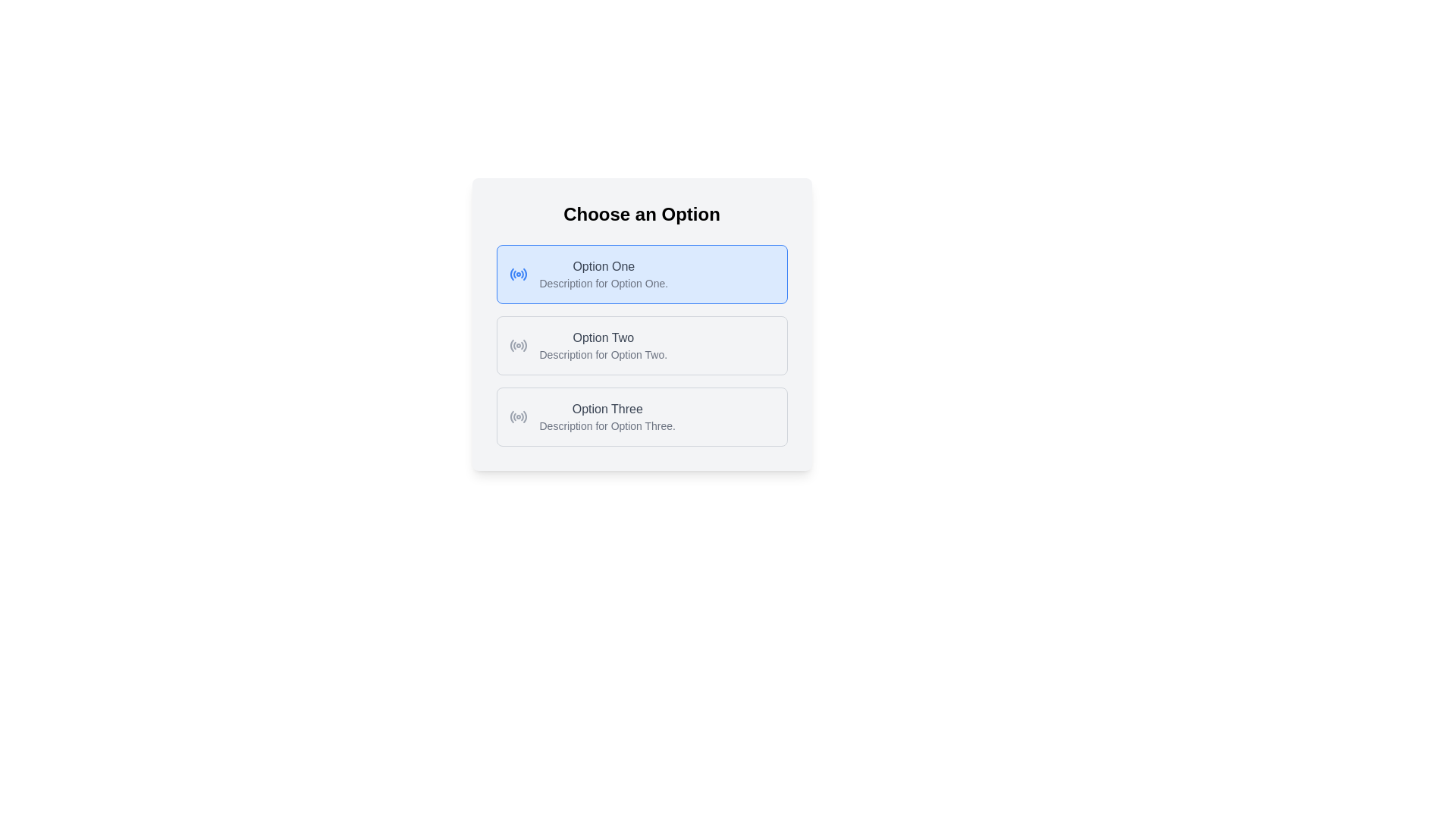 The image size is (1456, 819). I want to click on the text block displaying 'Option Three' with its associated description, which is part of a selection interface, so click(607, 417).